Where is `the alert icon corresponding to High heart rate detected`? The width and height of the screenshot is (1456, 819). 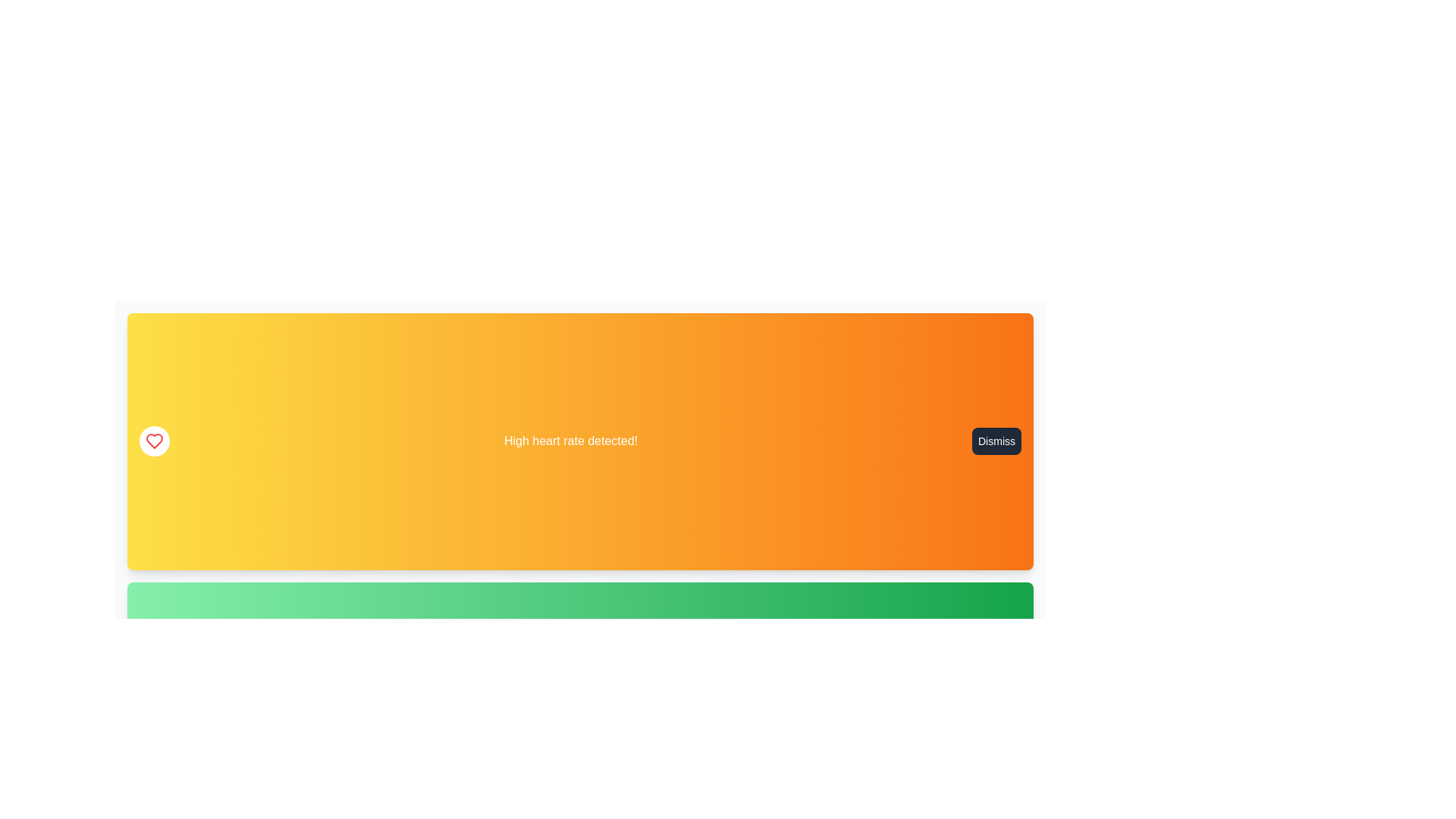 the alert icon corresponding to High heart rate detected is located at coordinates (154, 441).